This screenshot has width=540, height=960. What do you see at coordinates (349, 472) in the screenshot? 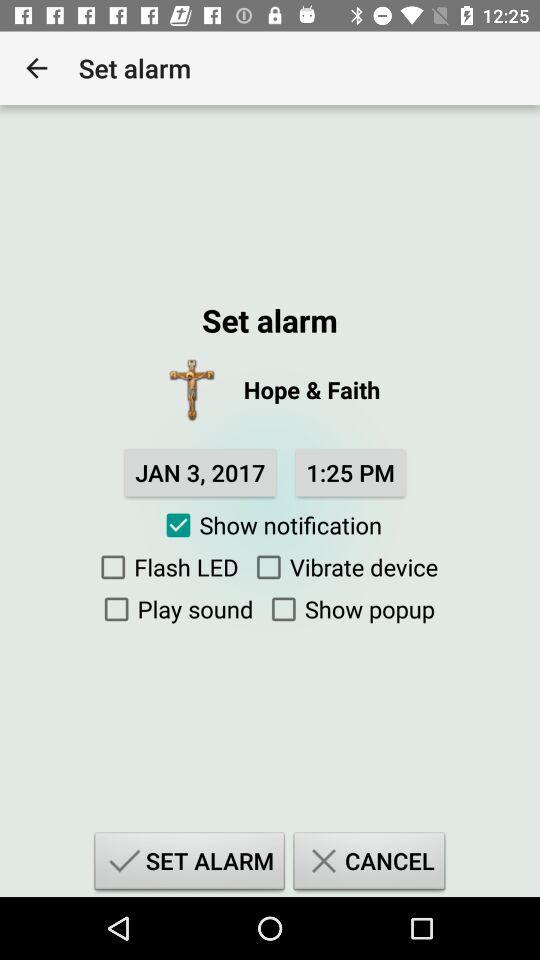
I see `the 1:25 pm item` at bounding box center [349, 472].